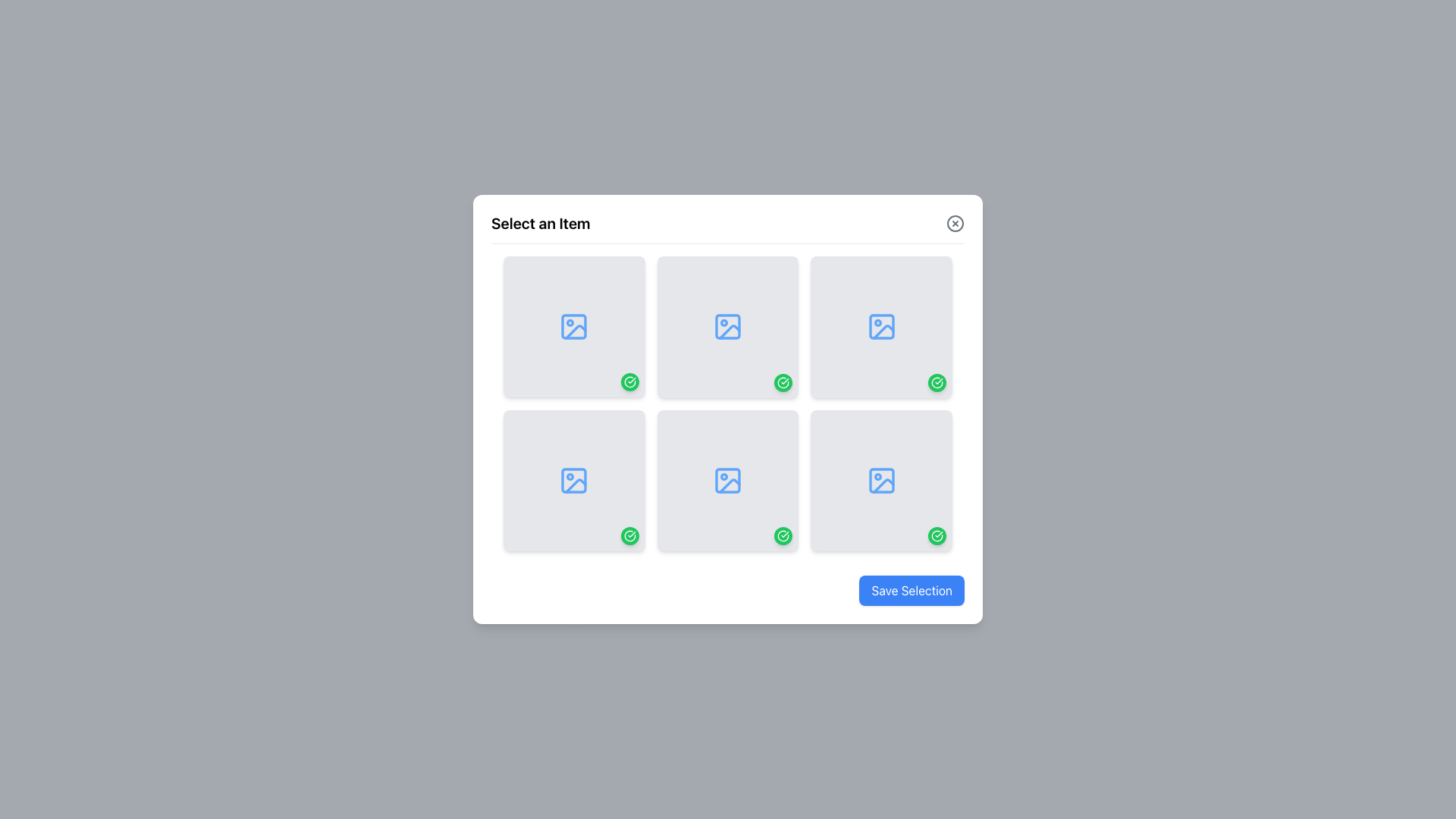 The width and height of the screenshot is (1456, 819). Describe the element at coordinates (573, 480) in the screenshot. I see `the decorative rectangle within the SVG graphic that represents an image placeholder, located in the first column of the second row of a 3x2 grid layout in a modal dialog` at that location.